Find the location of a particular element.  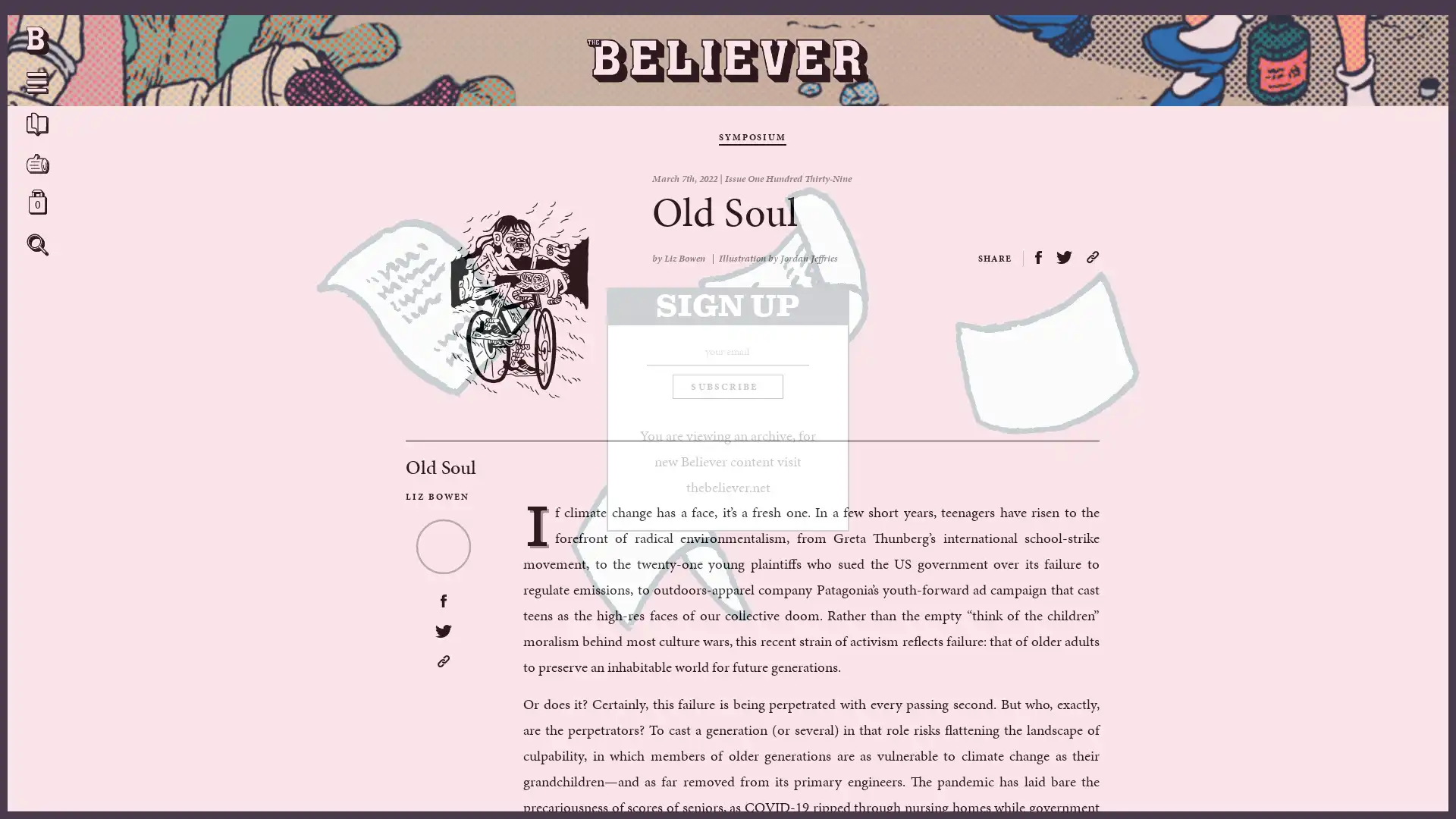

SUBSCRIBE is located at coordinates (726, 385).